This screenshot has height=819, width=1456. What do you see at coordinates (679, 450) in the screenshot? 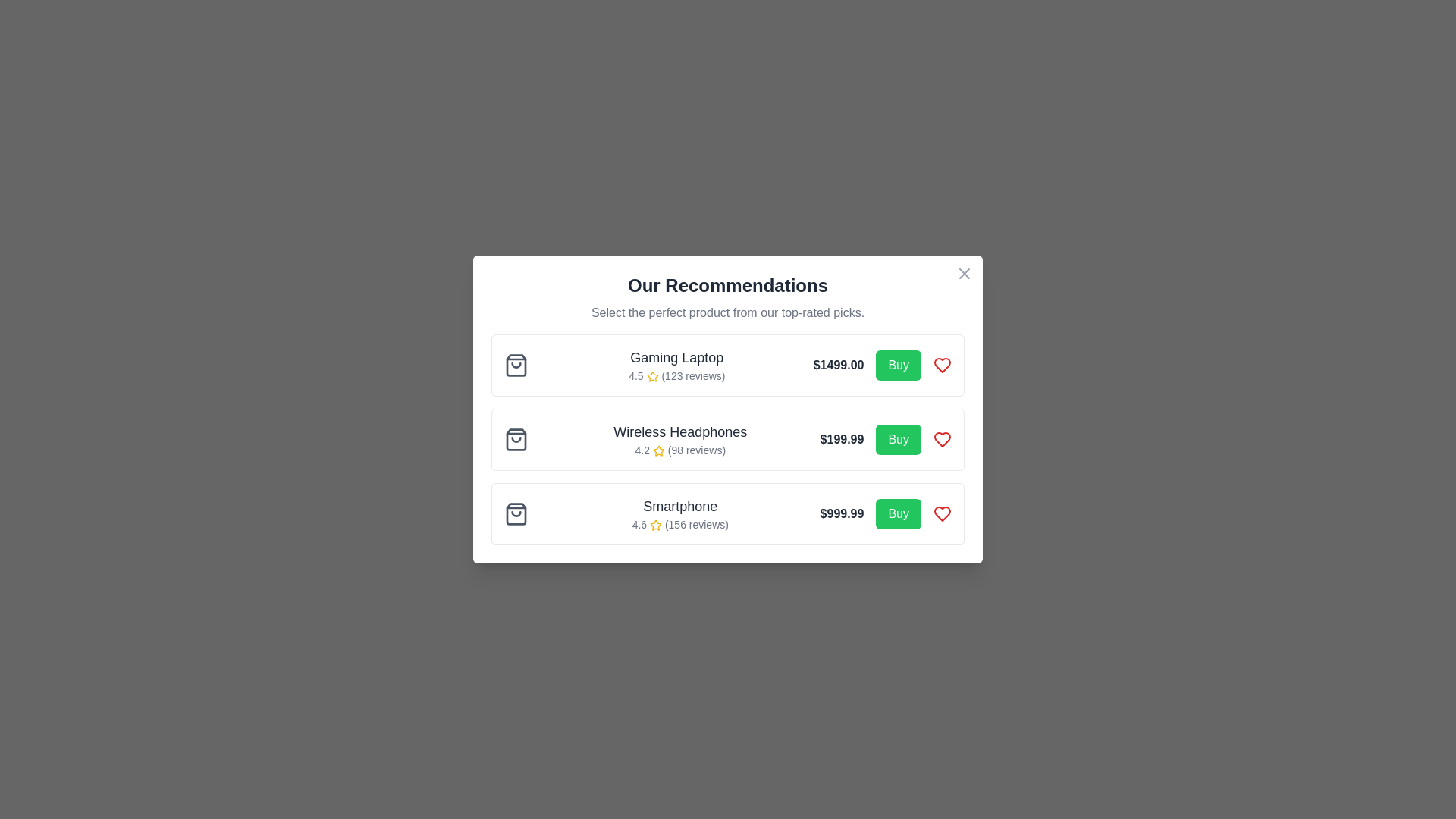
I see `the star icon or the text '4.2 (98 reviews)' for more details on reviews, which is located under the product titled 'Wireless Headphones' in the second recommendation section` at bounding box center [679, 450].